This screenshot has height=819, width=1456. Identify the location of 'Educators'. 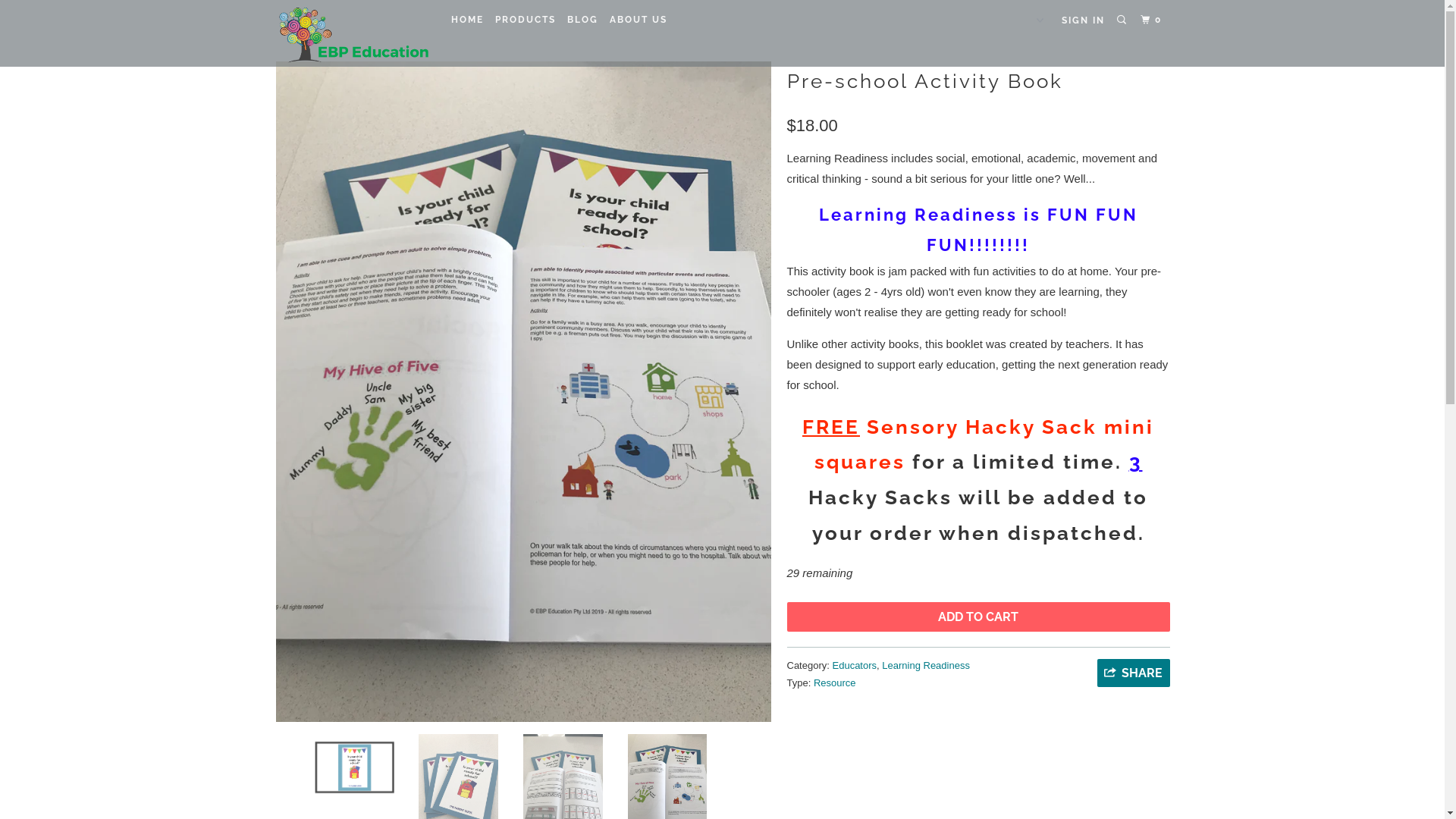
(832, 664).